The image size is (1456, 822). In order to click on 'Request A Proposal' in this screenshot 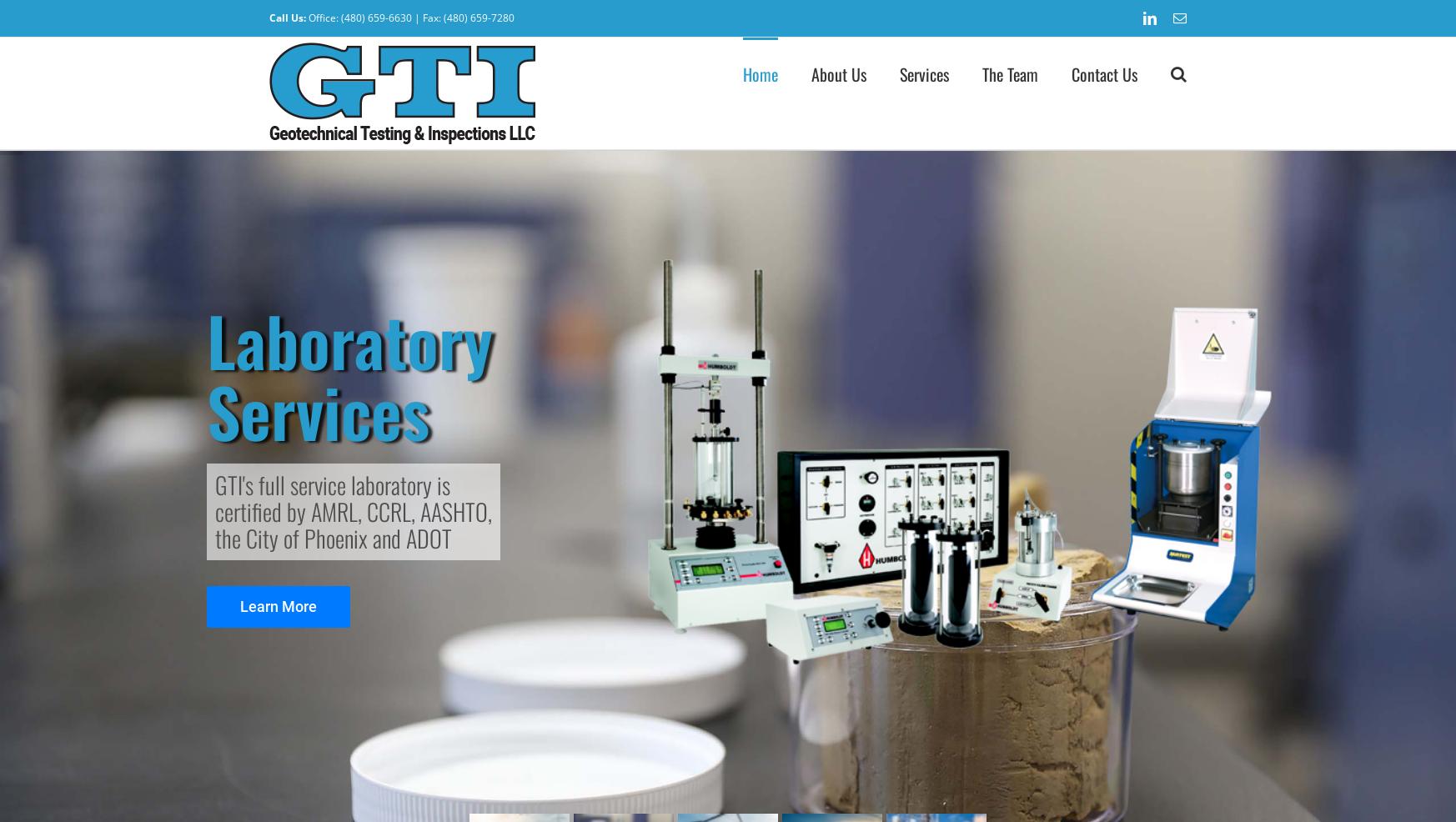, I will do `click(971, 151)`.